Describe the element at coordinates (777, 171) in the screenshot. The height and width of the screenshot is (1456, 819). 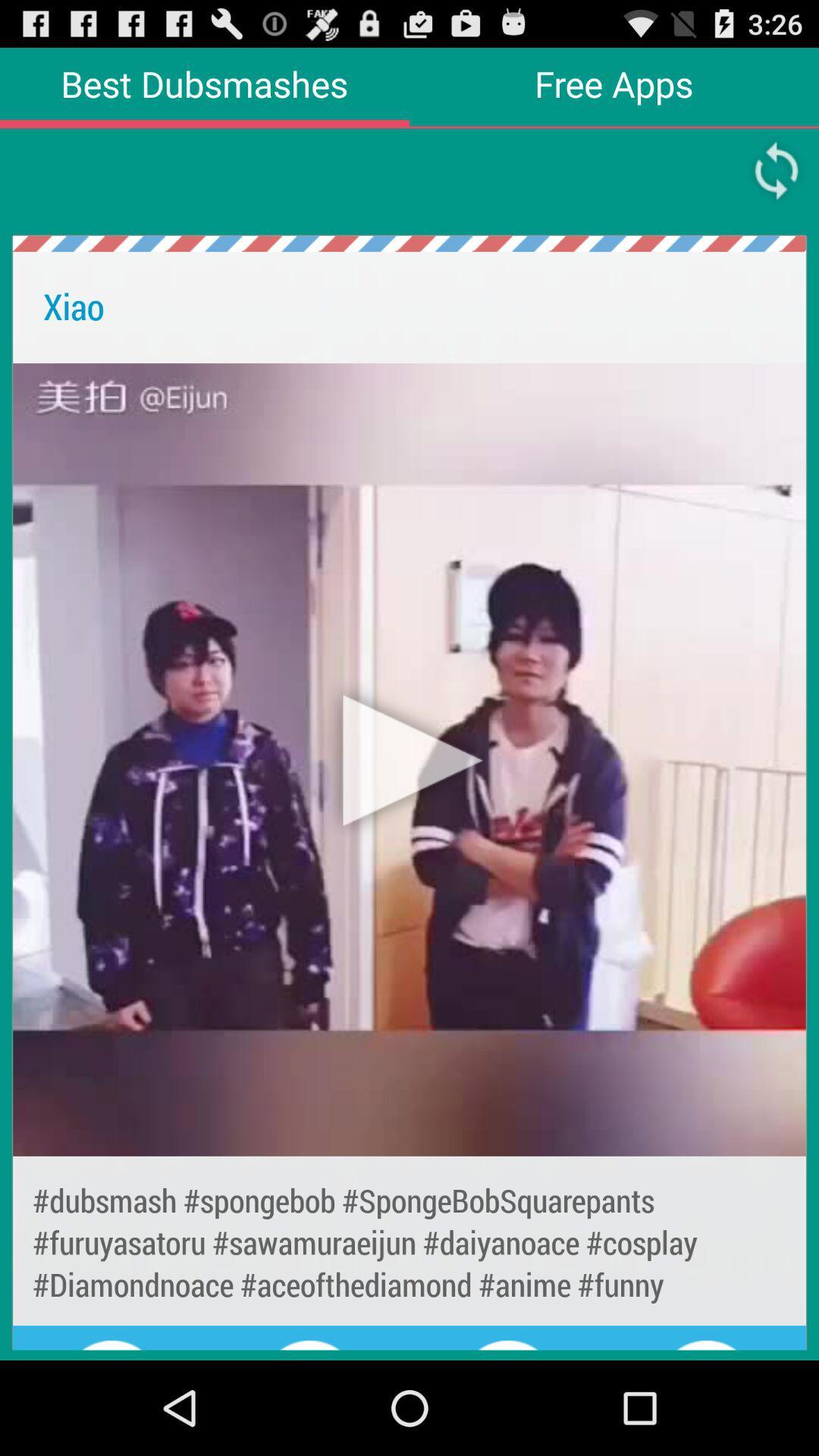
I see `refresh` at that location.